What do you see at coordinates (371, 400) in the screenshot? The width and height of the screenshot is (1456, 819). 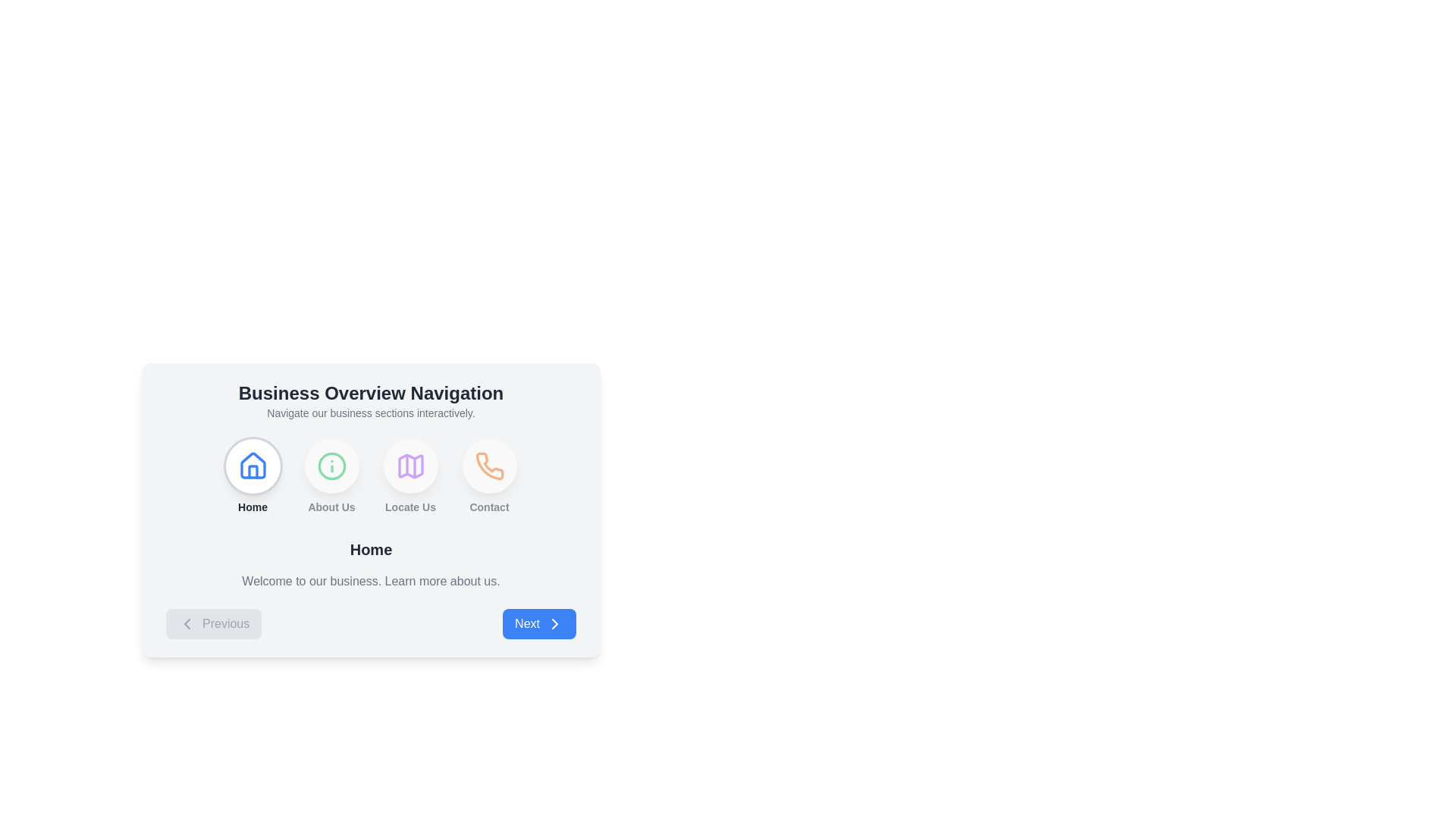 I see `text from the Header section that provides navigation through business sections, located at the top of the panel above icons like 'Home', 'About Us', 'Locate Us', and 'Contact.'` at bounding box center [371, 400].